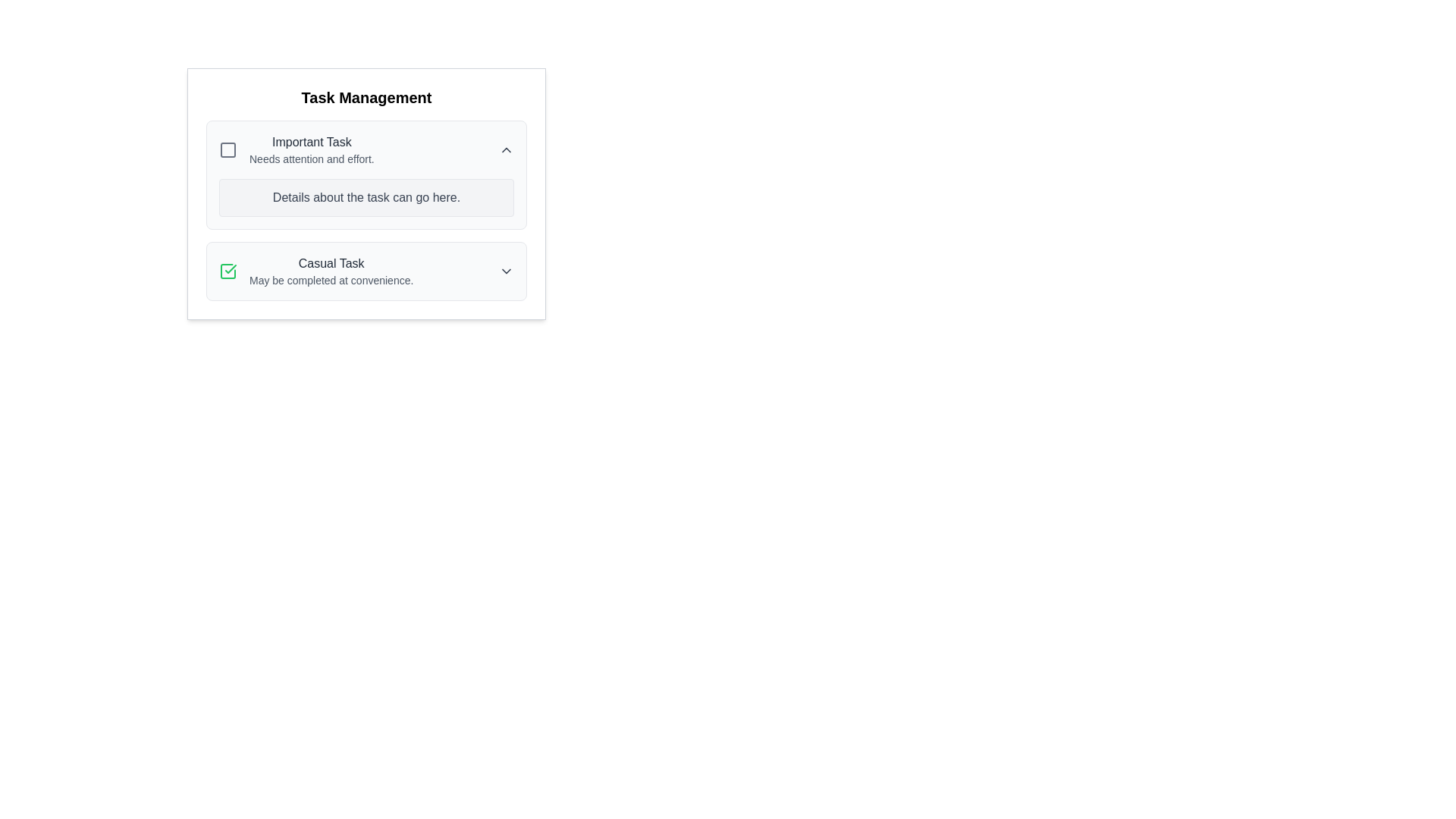  Describe the element at coordinates (230, 268) in the screenshot. I see `the checkmark icon indicating a successfully completed status for the 'Casual Task' item` at that location.